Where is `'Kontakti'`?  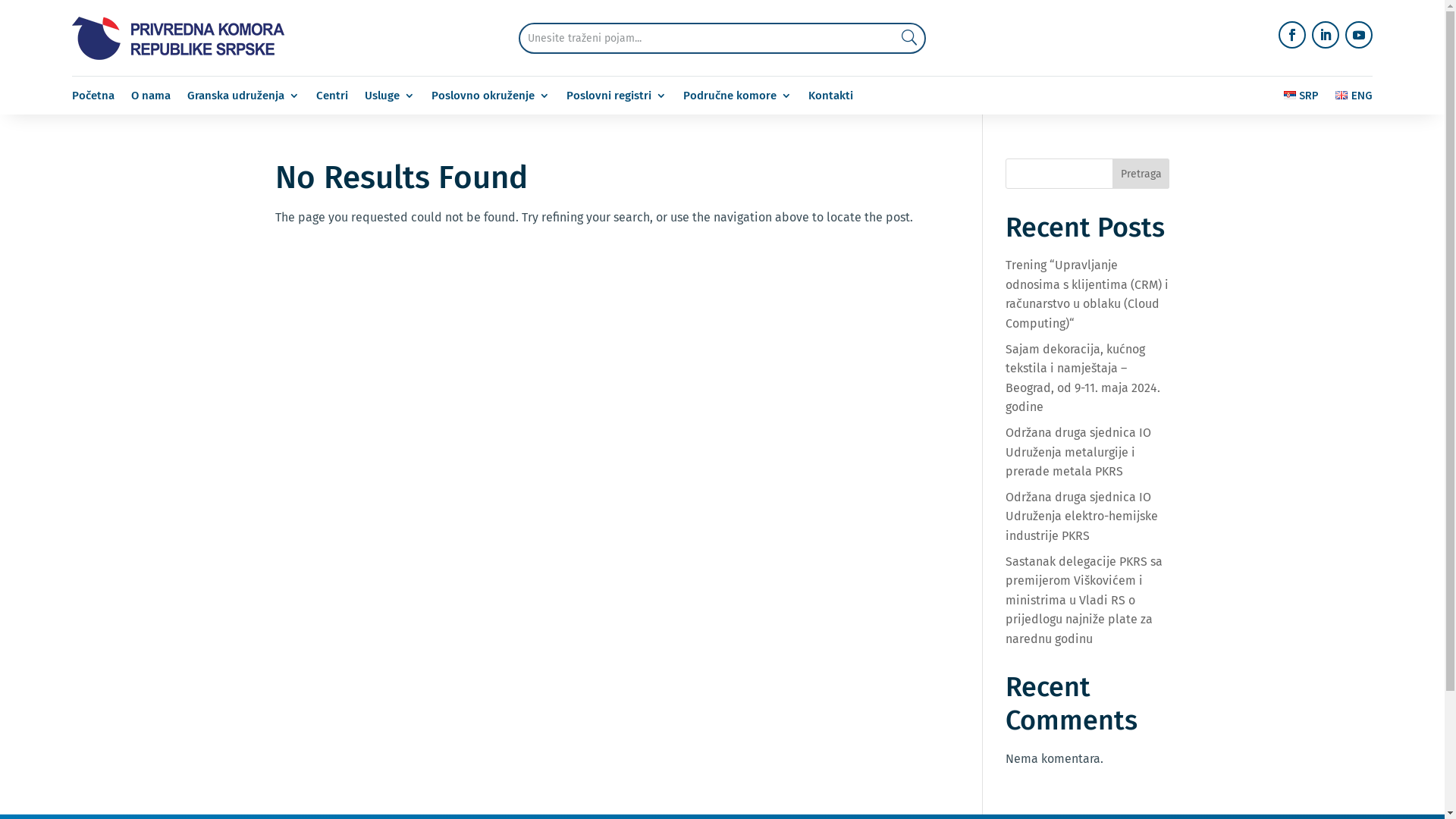 'Kontakti' is located at coordinates (830, 99).